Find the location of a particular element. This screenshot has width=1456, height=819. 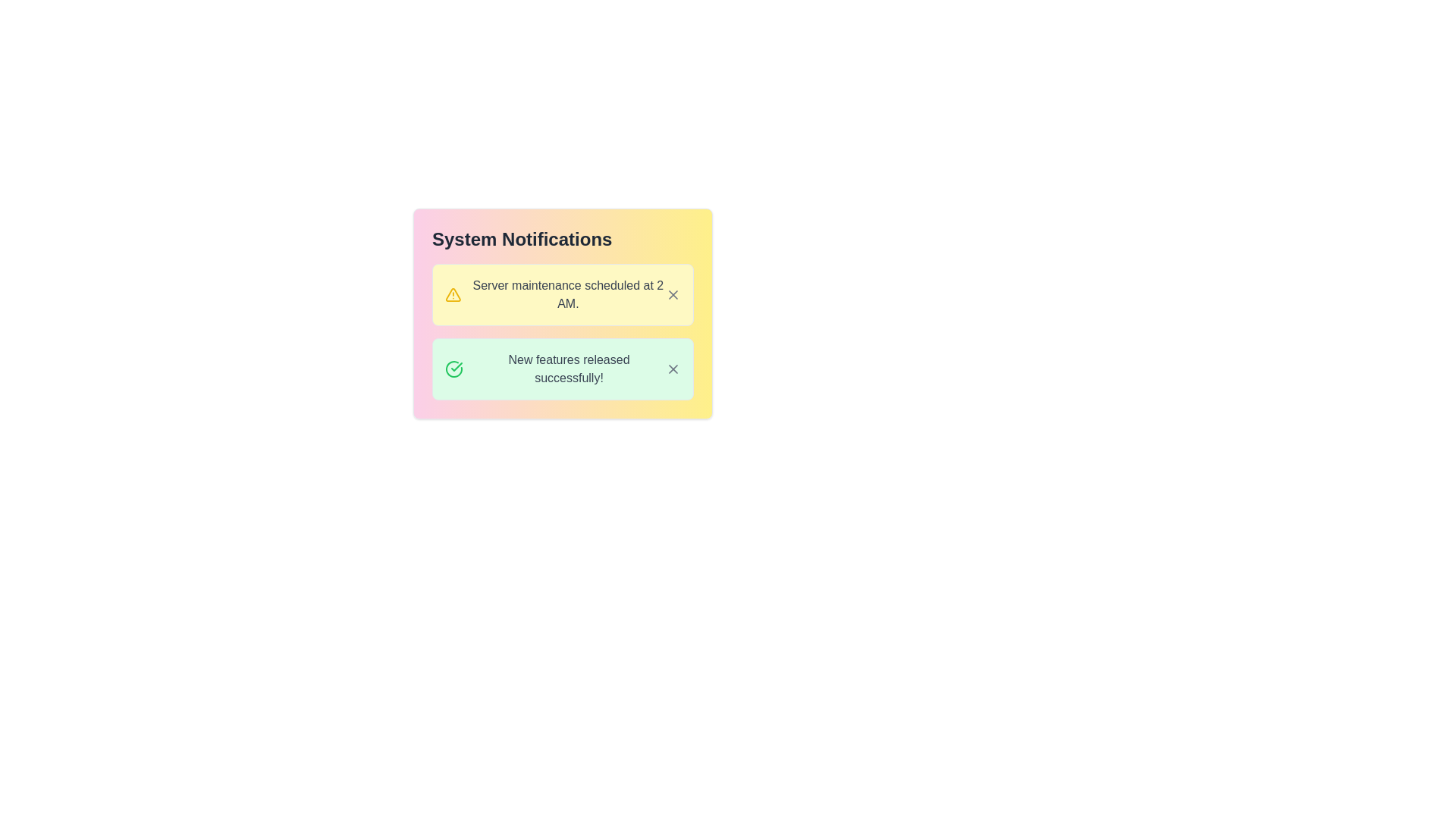

the text label displaying 'System Notifications', which is prominently styled in large, bold font with dark gray color at the top of the notification panel is located at coordinates (522, 239).